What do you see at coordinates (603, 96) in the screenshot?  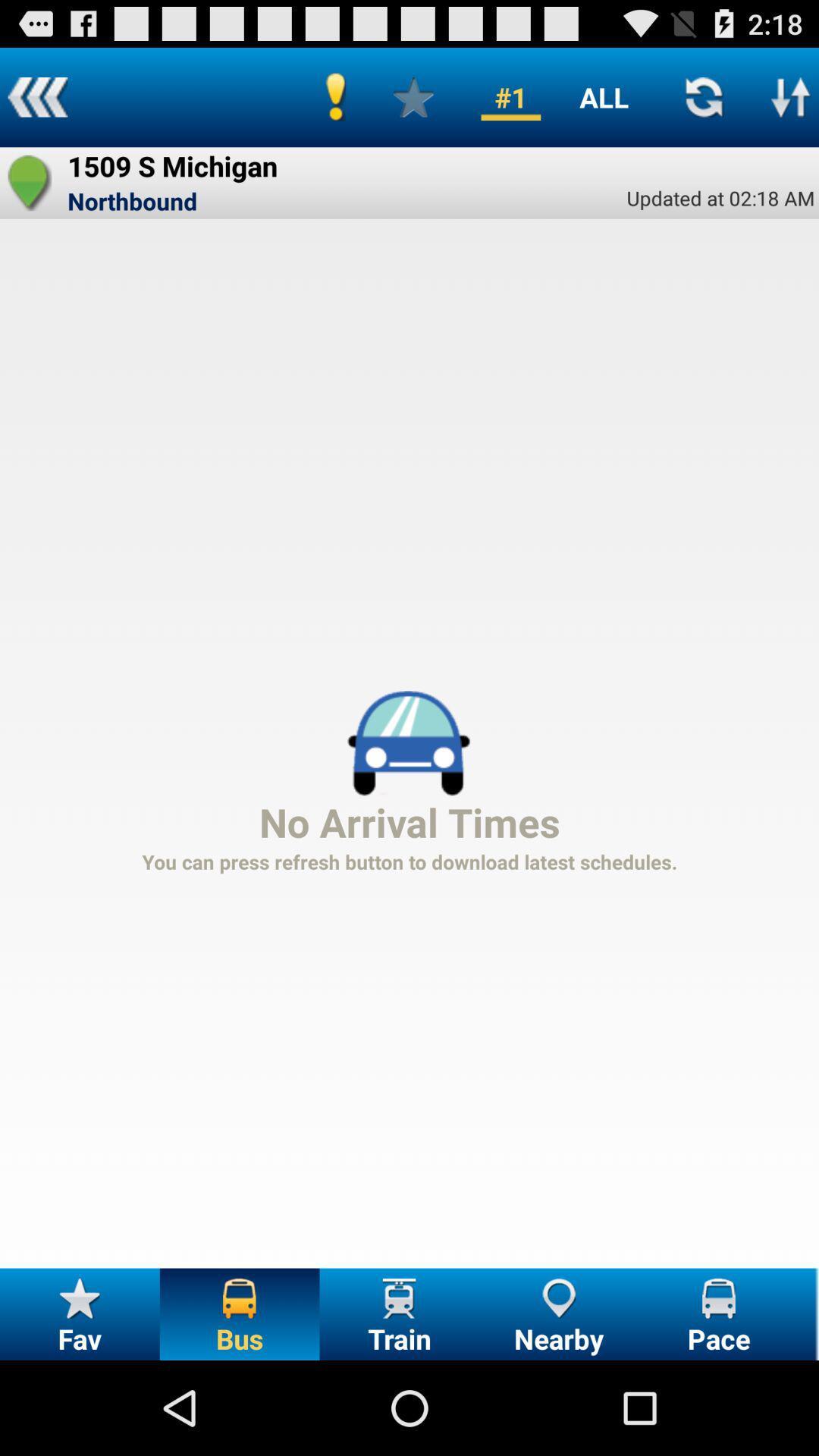 I see `the button to the right of   #1   item` at bounding box center [603, 96].